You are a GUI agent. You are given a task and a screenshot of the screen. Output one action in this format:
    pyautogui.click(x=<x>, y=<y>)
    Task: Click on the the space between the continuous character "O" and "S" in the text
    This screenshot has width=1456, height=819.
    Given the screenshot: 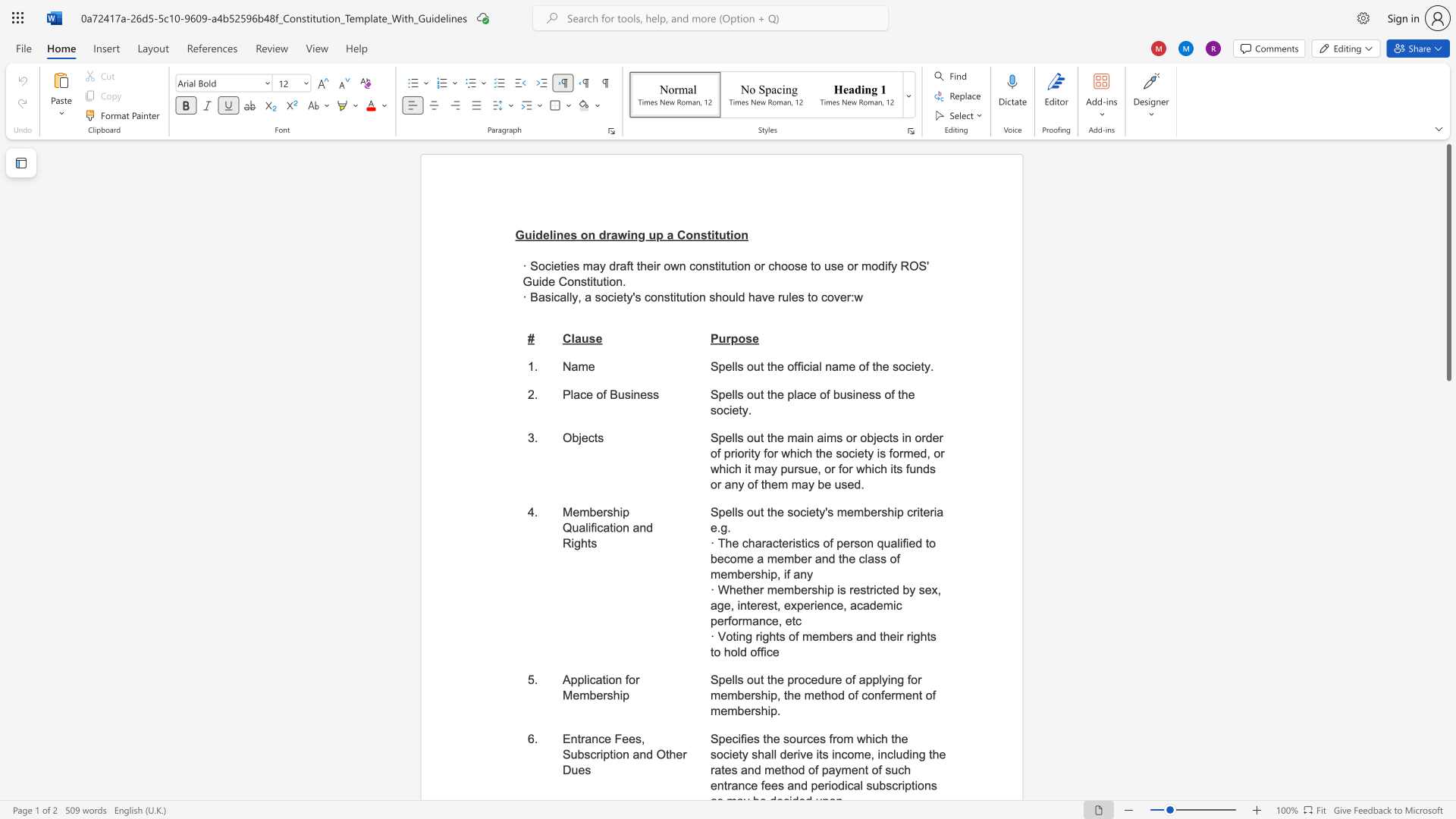 What is the action you would take?
    pyautogui.click(x=918, y=265)
    